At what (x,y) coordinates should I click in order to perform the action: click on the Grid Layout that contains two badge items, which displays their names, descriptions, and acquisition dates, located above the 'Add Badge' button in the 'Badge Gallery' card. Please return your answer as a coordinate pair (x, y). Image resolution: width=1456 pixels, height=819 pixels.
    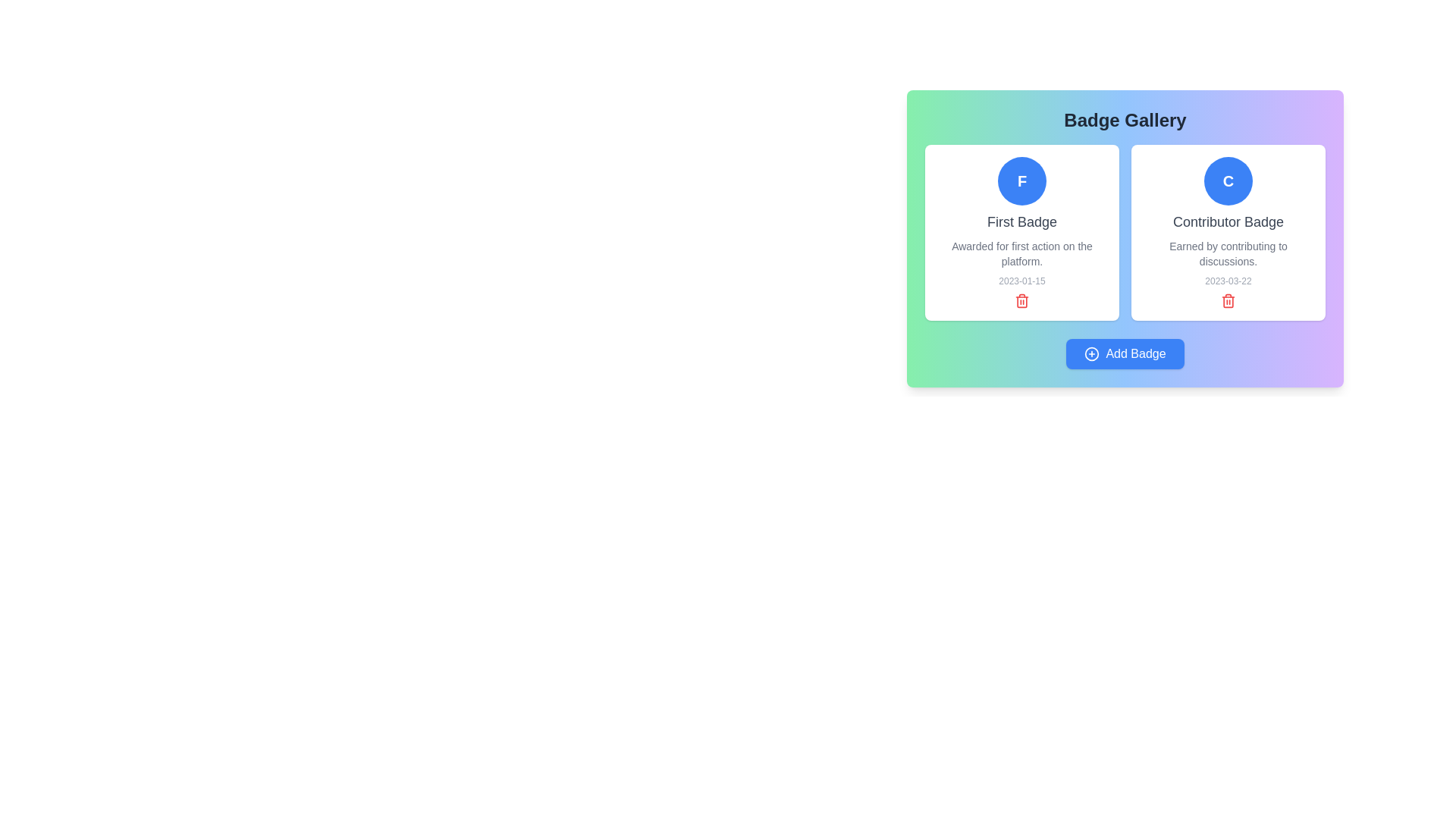
    Looking at the image, I should click on (1125, 233).